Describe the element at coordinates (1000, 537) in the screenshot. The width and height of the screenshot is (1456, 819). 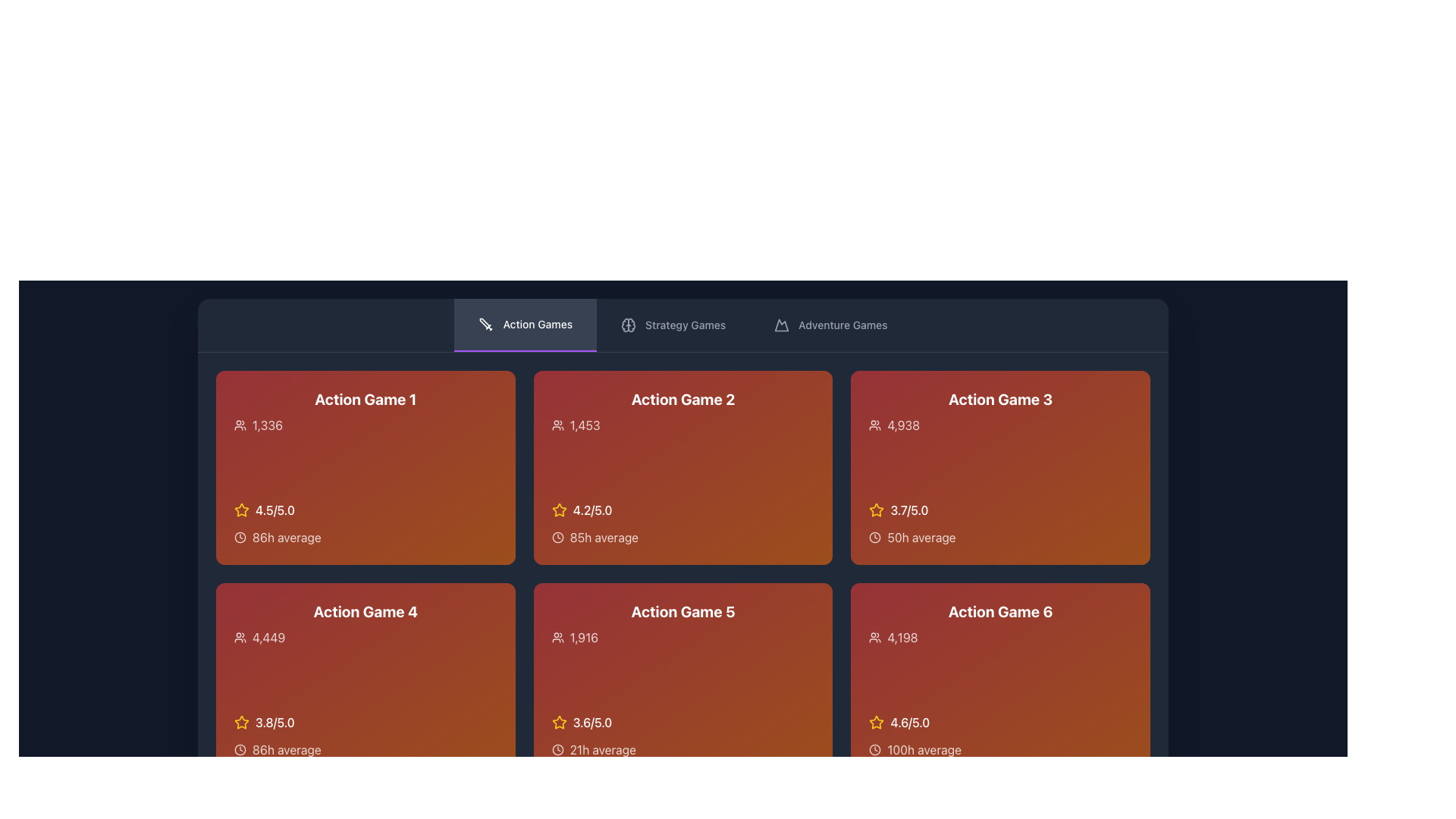
I see `textual component displaying '50h average' located at the bottom-right of the 'Action Game 3' card, which is preceded by a clock icon` at that location.